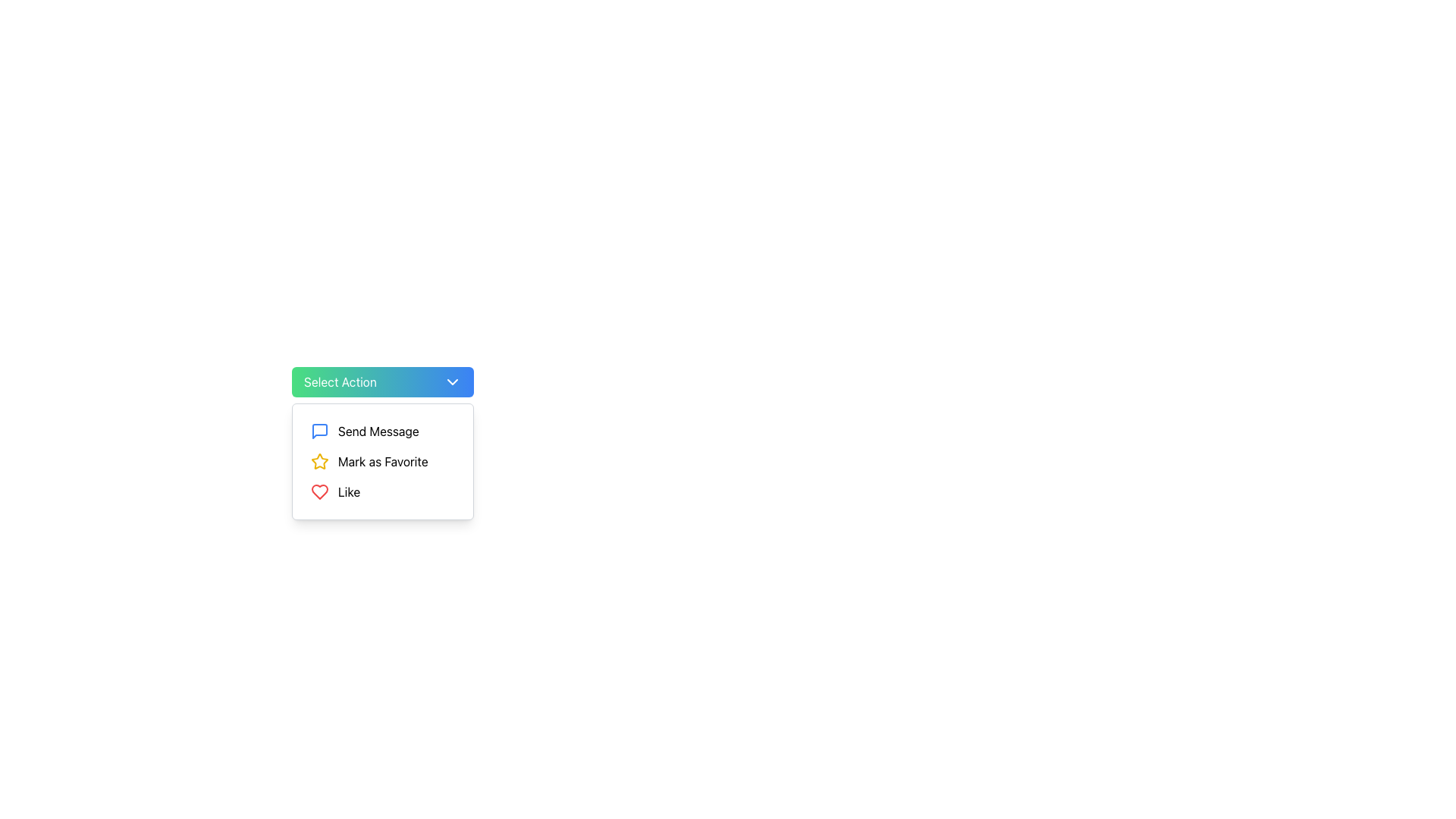  I want to click on the 'Favorite' text menu item, the second option, so click(383, 461).